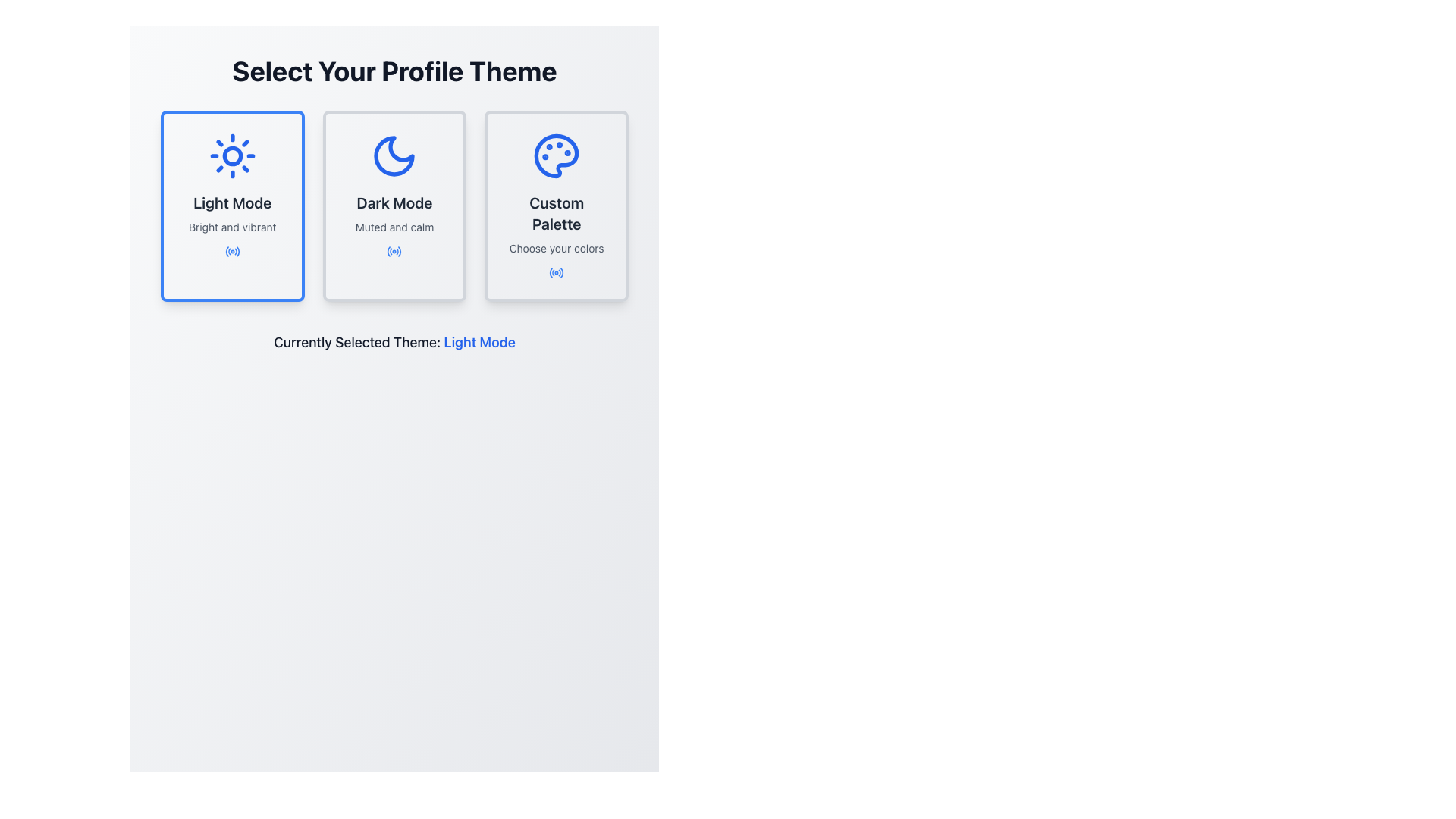  Describe the element at coordinates (237, 250) in the screenshot. I see `the icon representing outgoing radio waves or signals within the 'Light Mode' card, which is the leftmost card in the interface` at that location.